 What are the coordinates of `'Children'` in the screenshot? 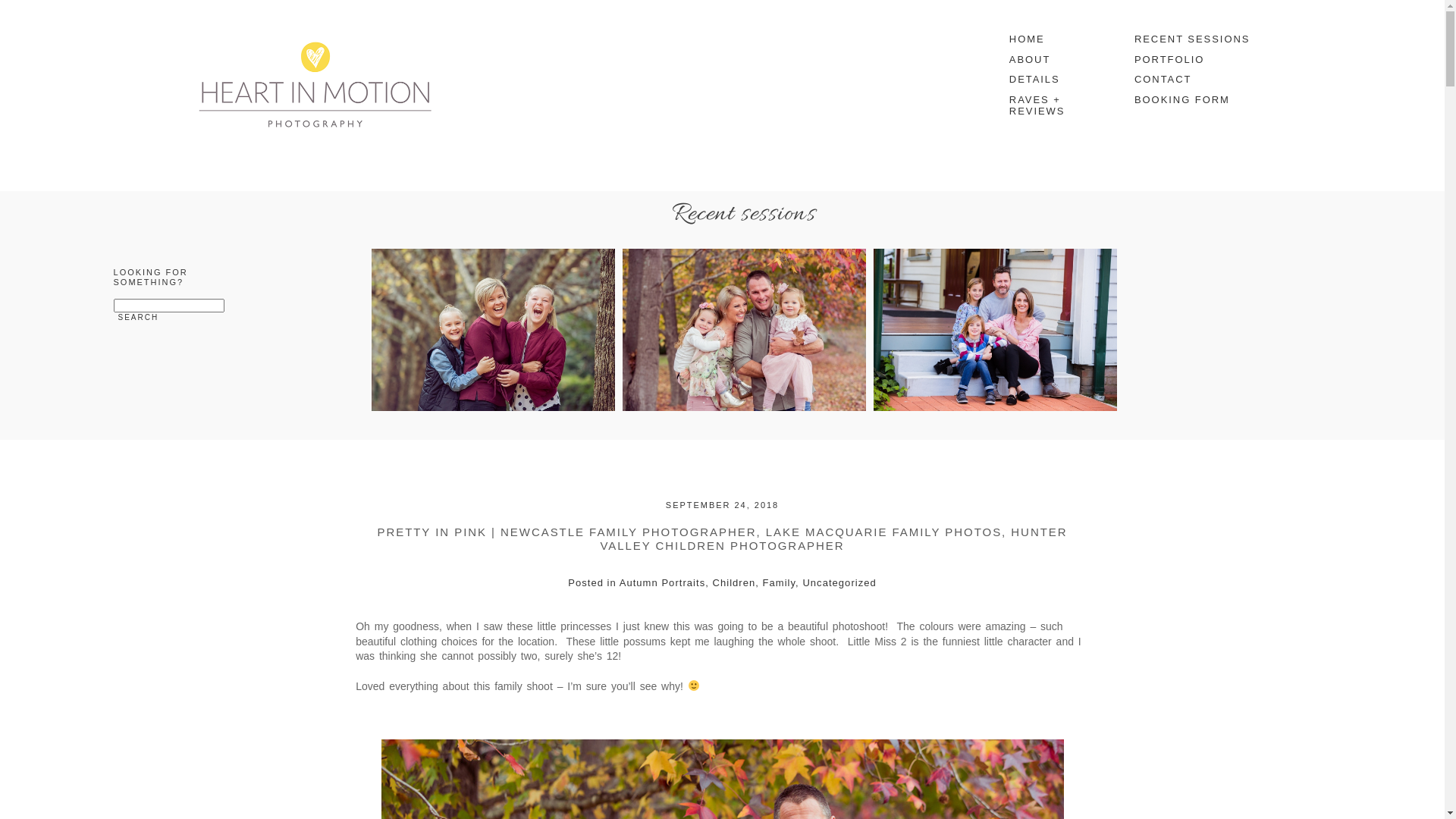 It's located at (734, 582).